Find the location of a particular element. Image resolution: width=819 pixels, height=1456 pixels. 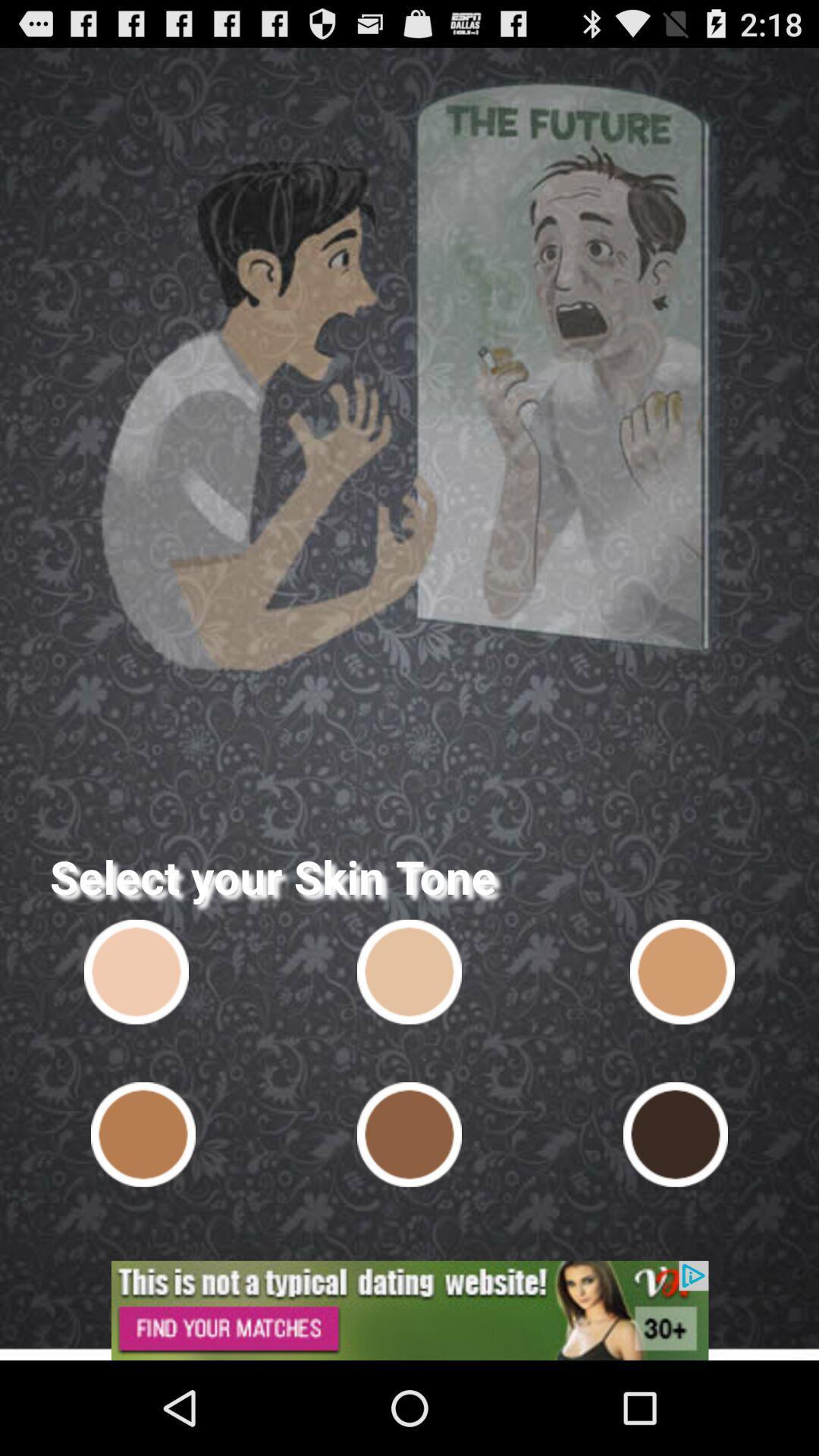

take you in future and show you how your face look like in old age is located at coordinates (136, 971).